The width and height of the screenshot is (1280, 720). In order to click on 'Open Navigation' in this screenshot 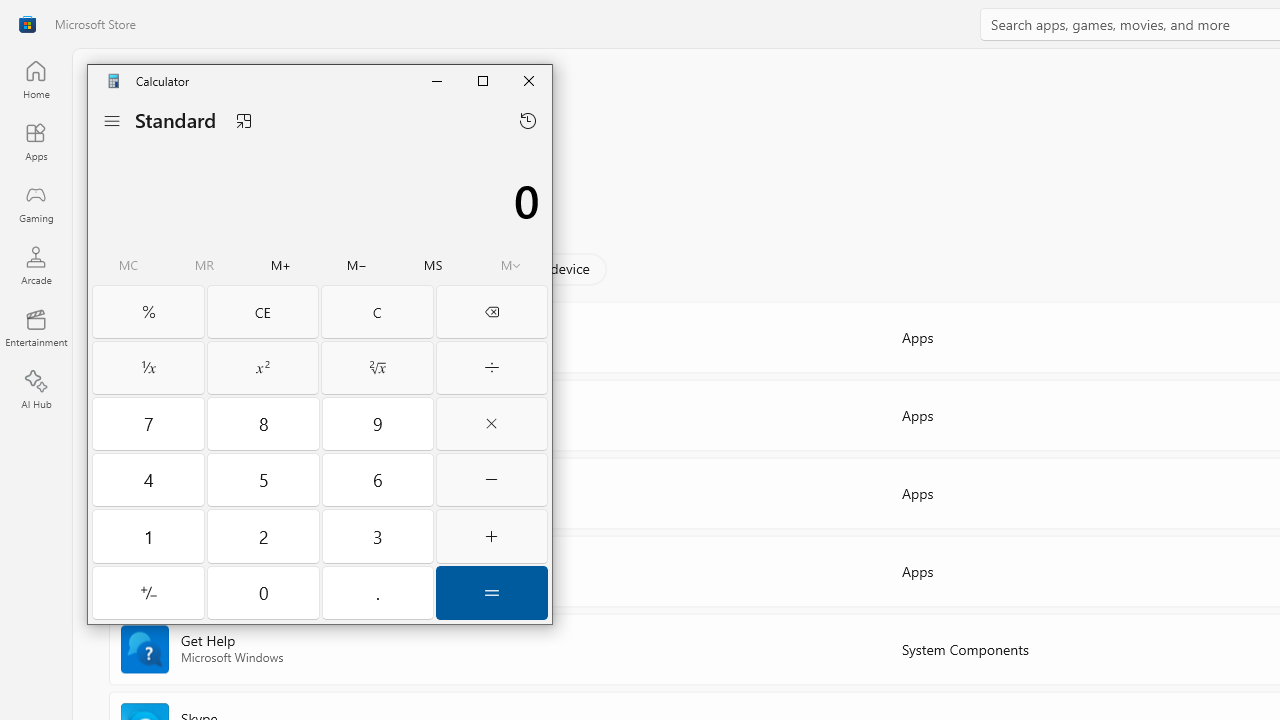, I will do `click(111, 120)`.